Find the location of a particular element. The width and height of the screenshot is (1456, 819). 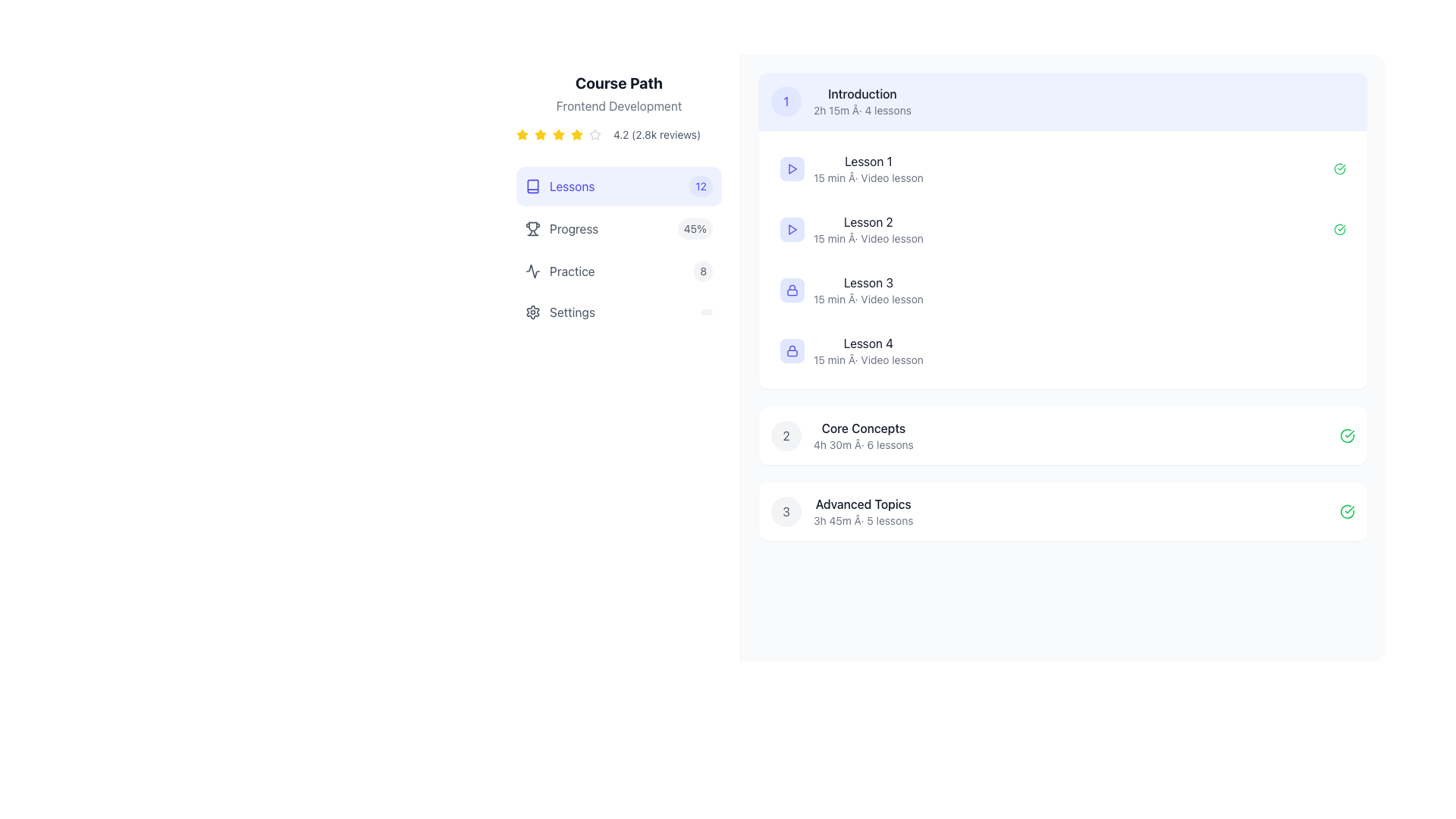

numerical value displayed in the small, rounded rectangle badge with the text '12' inside, located in the top-right corner of the 'Lessons' button in the navigation pane is located at coordinates (700, 186).